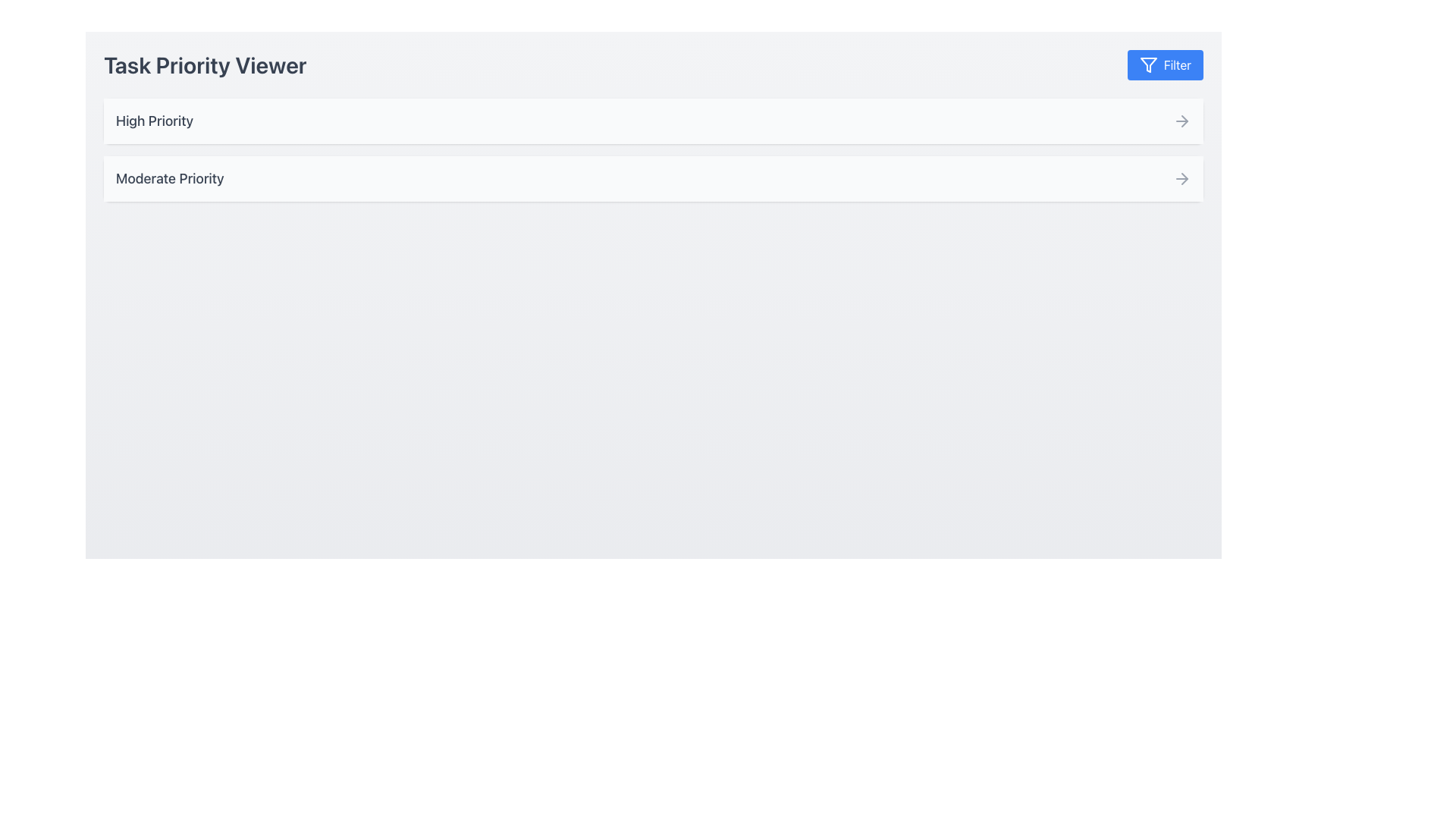 The image size is (1456, 819). Describe the element at coordinates (1181, 120) in the screenshot. I see `the icon indicating 'High Priority' to potentially reveal additional visual feedback` at that location.